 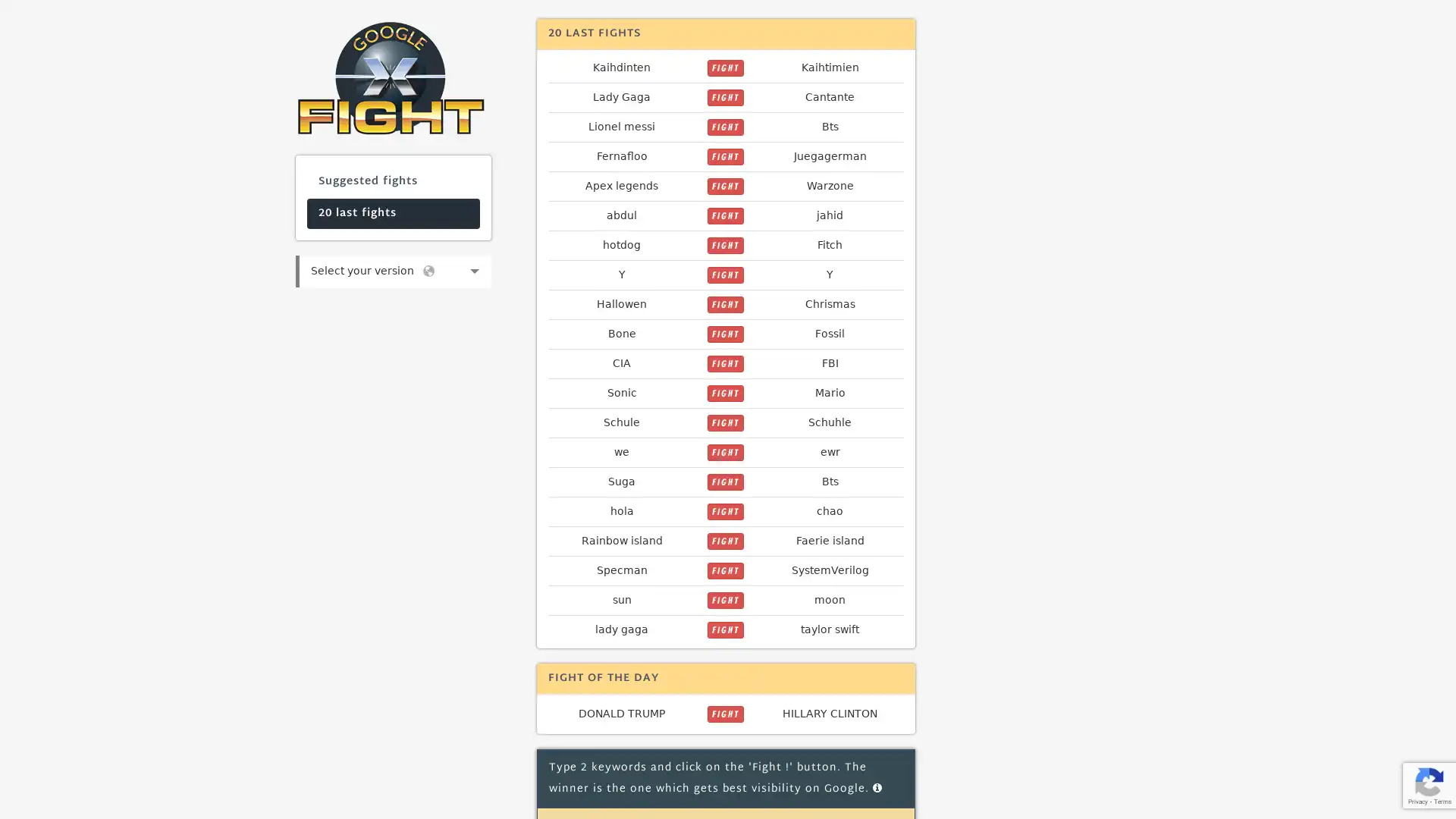 What do you see at coordinates (724, 599) in the screenshot?
I see `FIGHT` at bounding box center [724, 599].